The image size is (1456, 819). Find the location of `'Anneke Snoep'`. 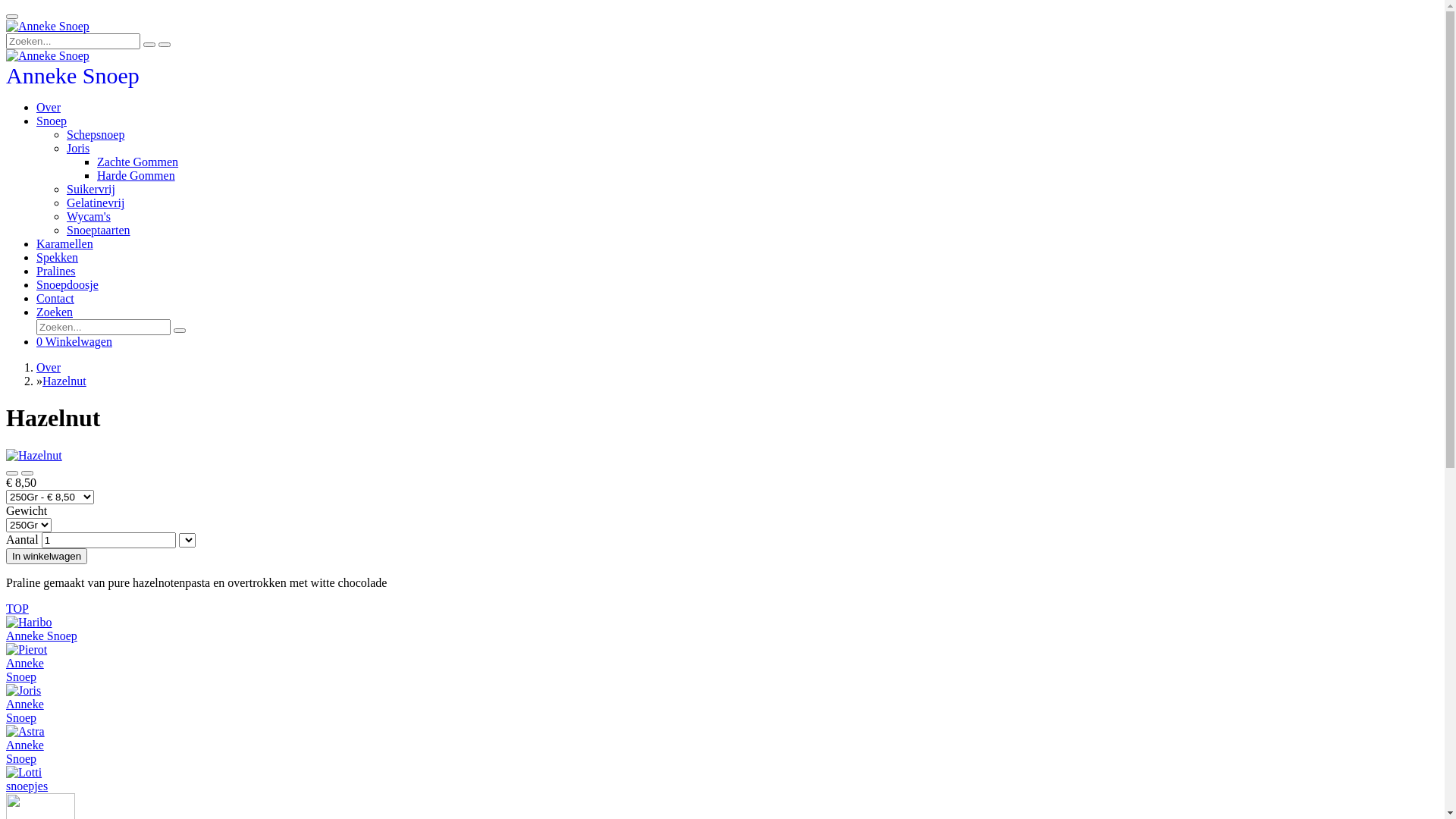

'Anneke Snoep' is located at coordinates (6, 79).